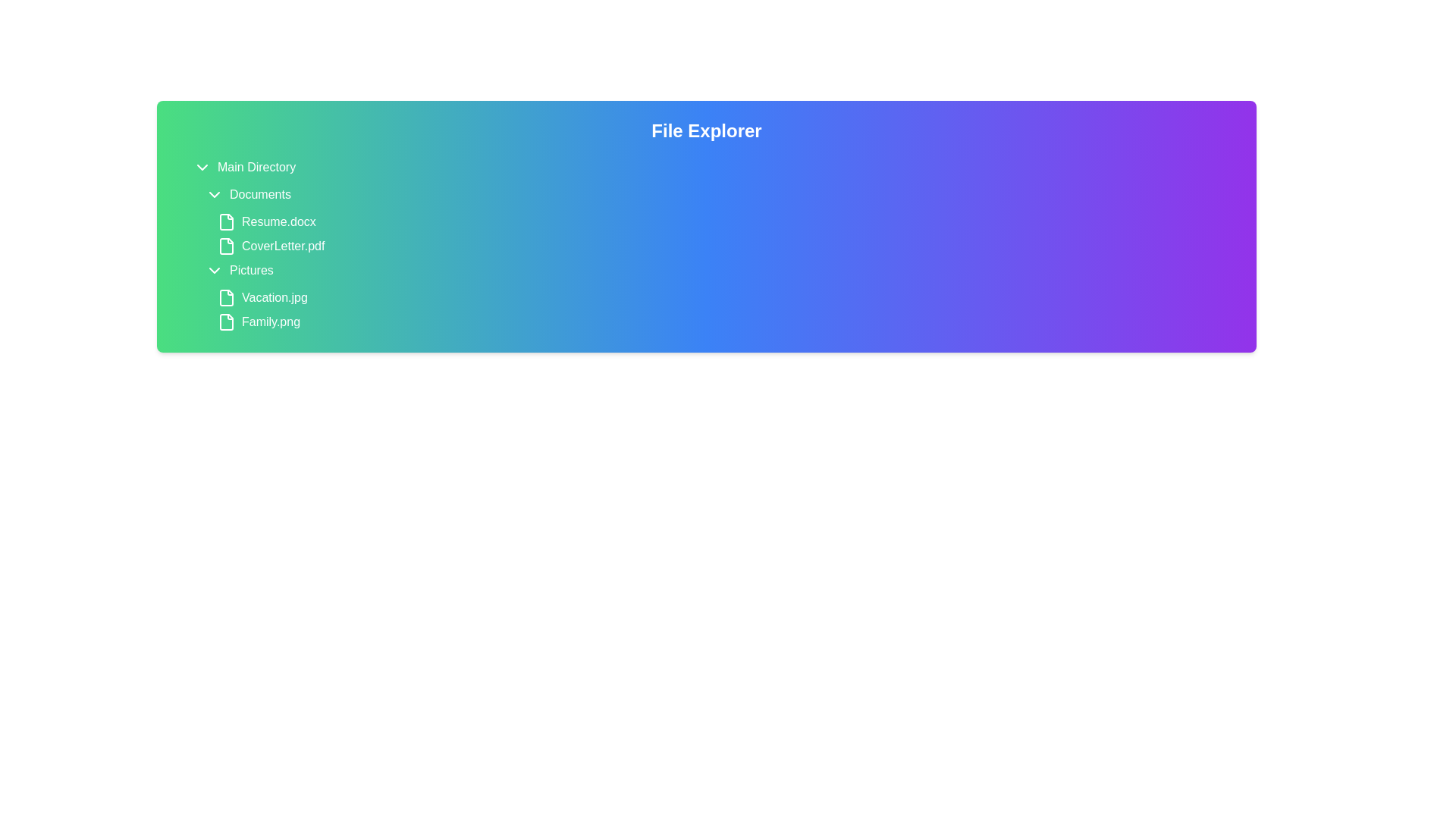 The image size is (1456, 819). What do you see at coordinates (256, 167) in the screenshot?
I see `the 'Main Directory' label in the file explorer interface, which visually represents the name of the directory and is part of a clickable row with an expandable arrow icon` at bounding box center [256, 167].